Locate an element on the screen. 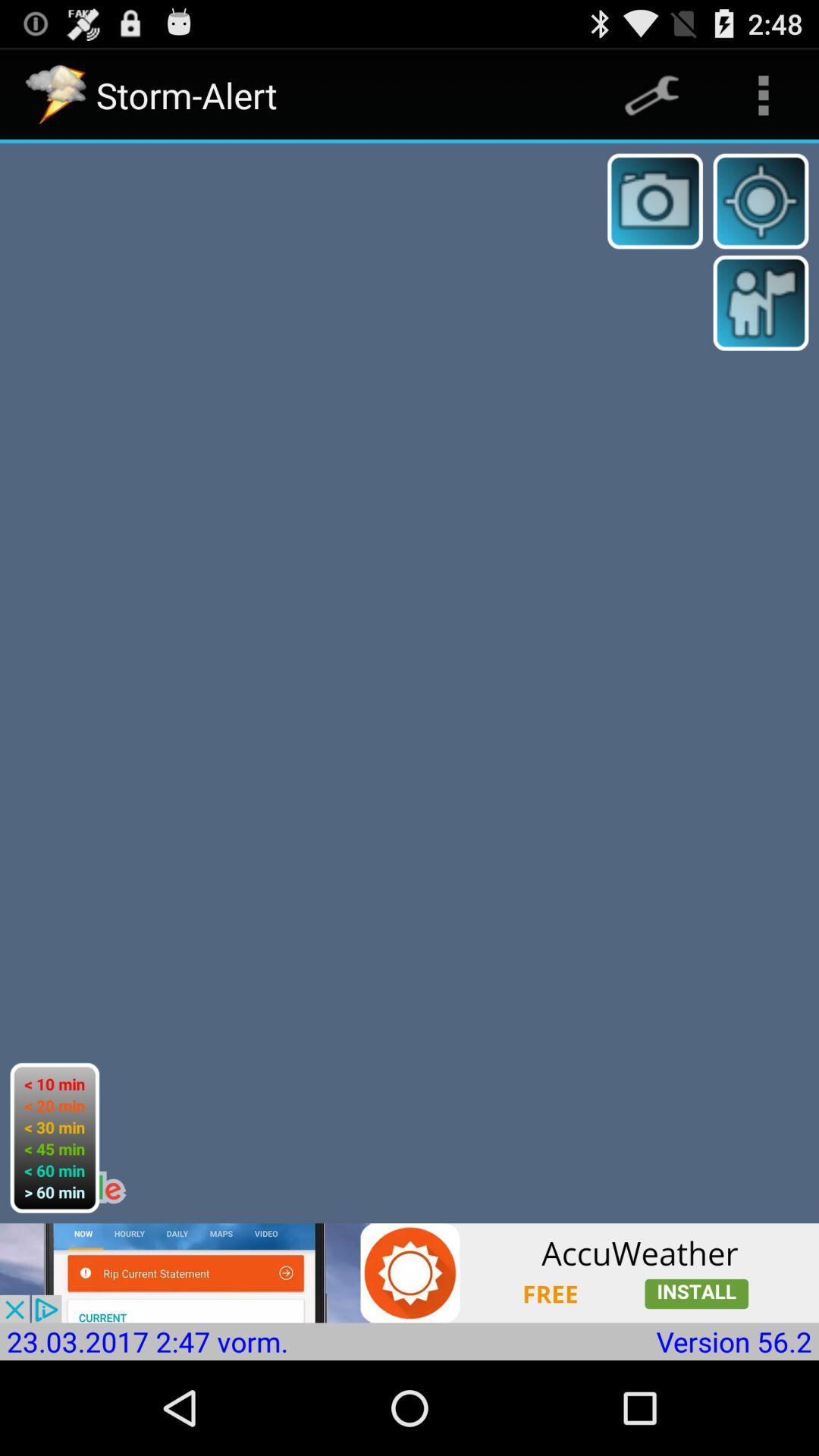 The width and height of the screenshot is (819, 1456). advertisement for weather app is located at coordinates (409, 1272).